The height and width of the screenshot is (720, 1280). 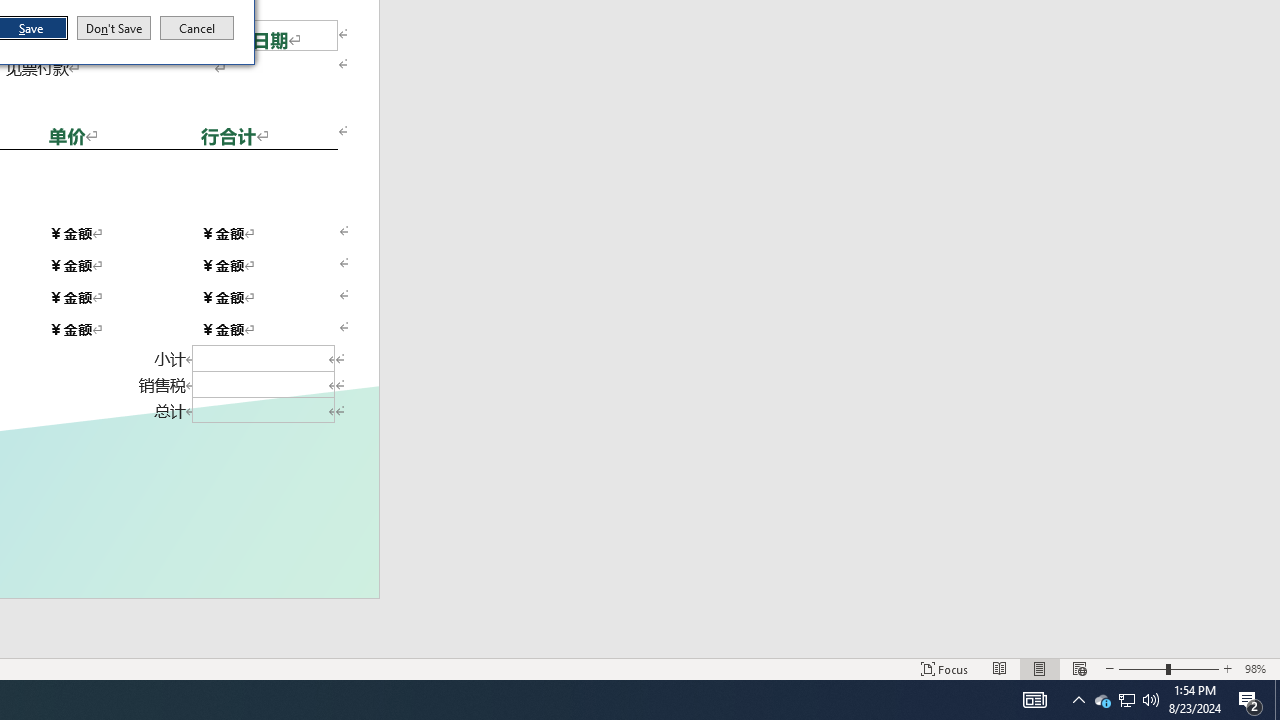 I want to click on 'Zoom 98%', so click(x=1257, y=669).